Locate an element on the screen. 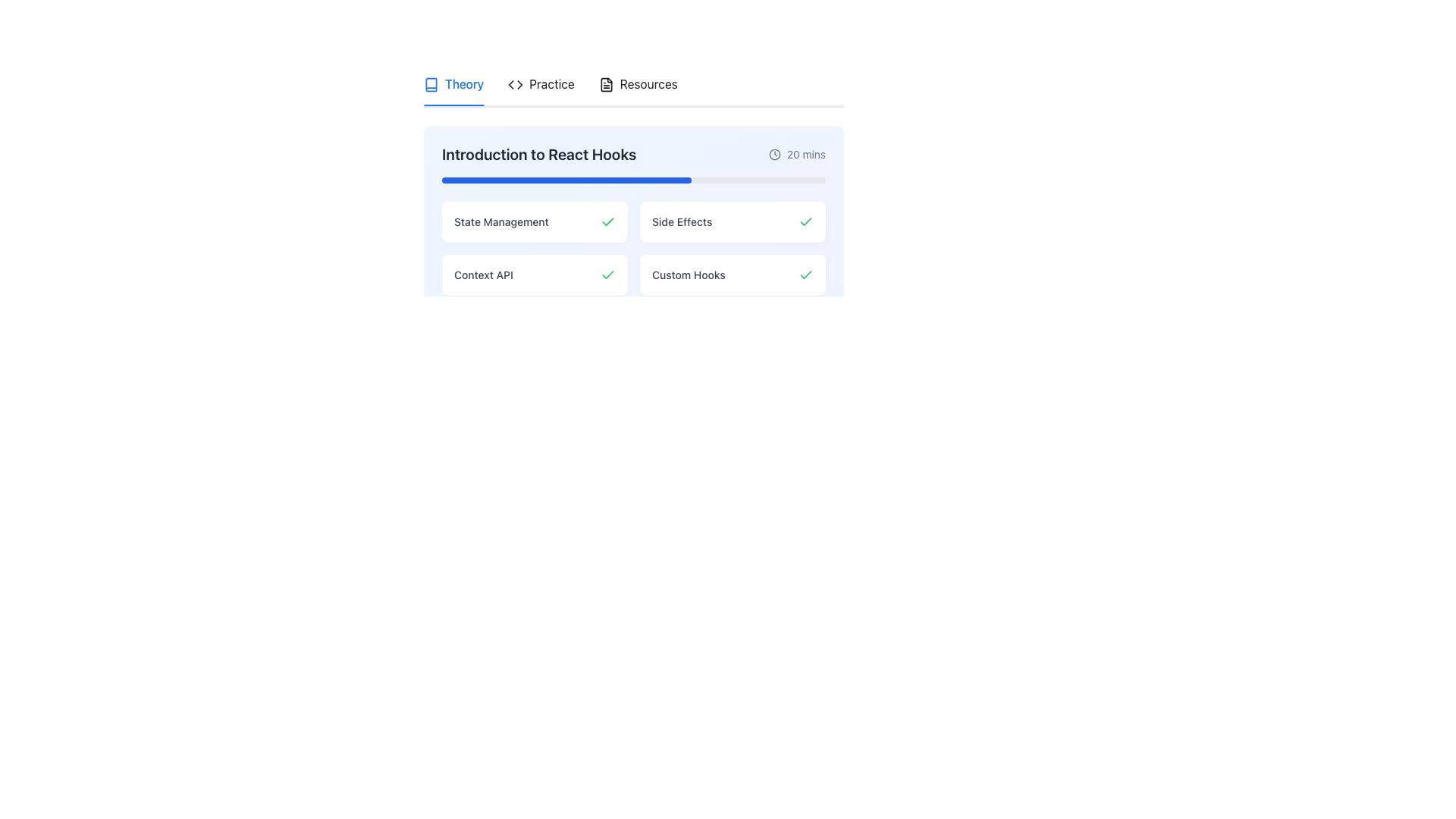 This screenshot has height=819, width=1456. the circular boundary of the clock icon, which is located near the '20 mins' label on the right-hand side of the interface is located at coordinates (774, 155).